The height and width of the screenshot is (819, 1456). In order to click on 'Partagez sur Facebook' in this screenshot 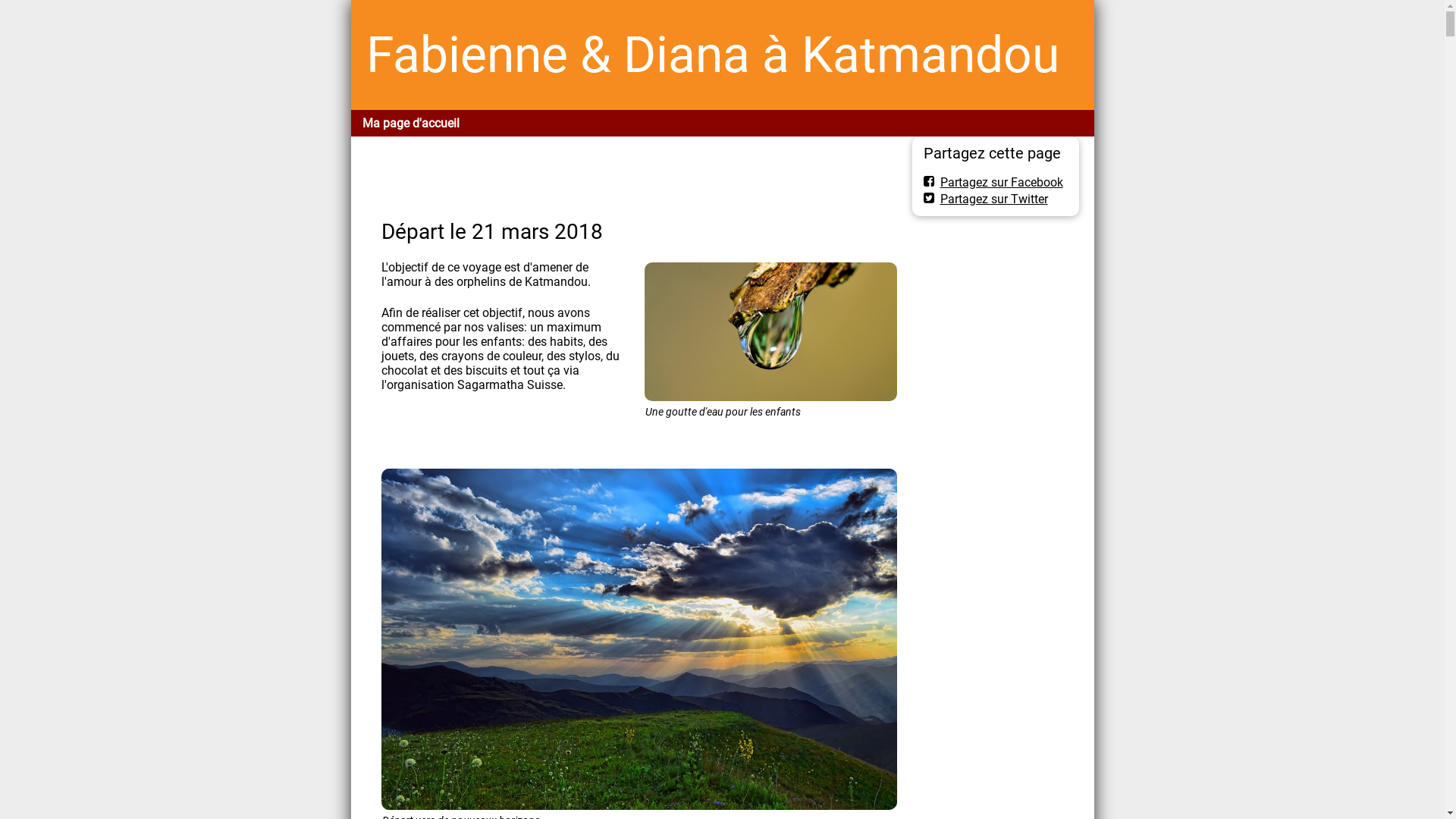, I will do `click(993, 180)`.